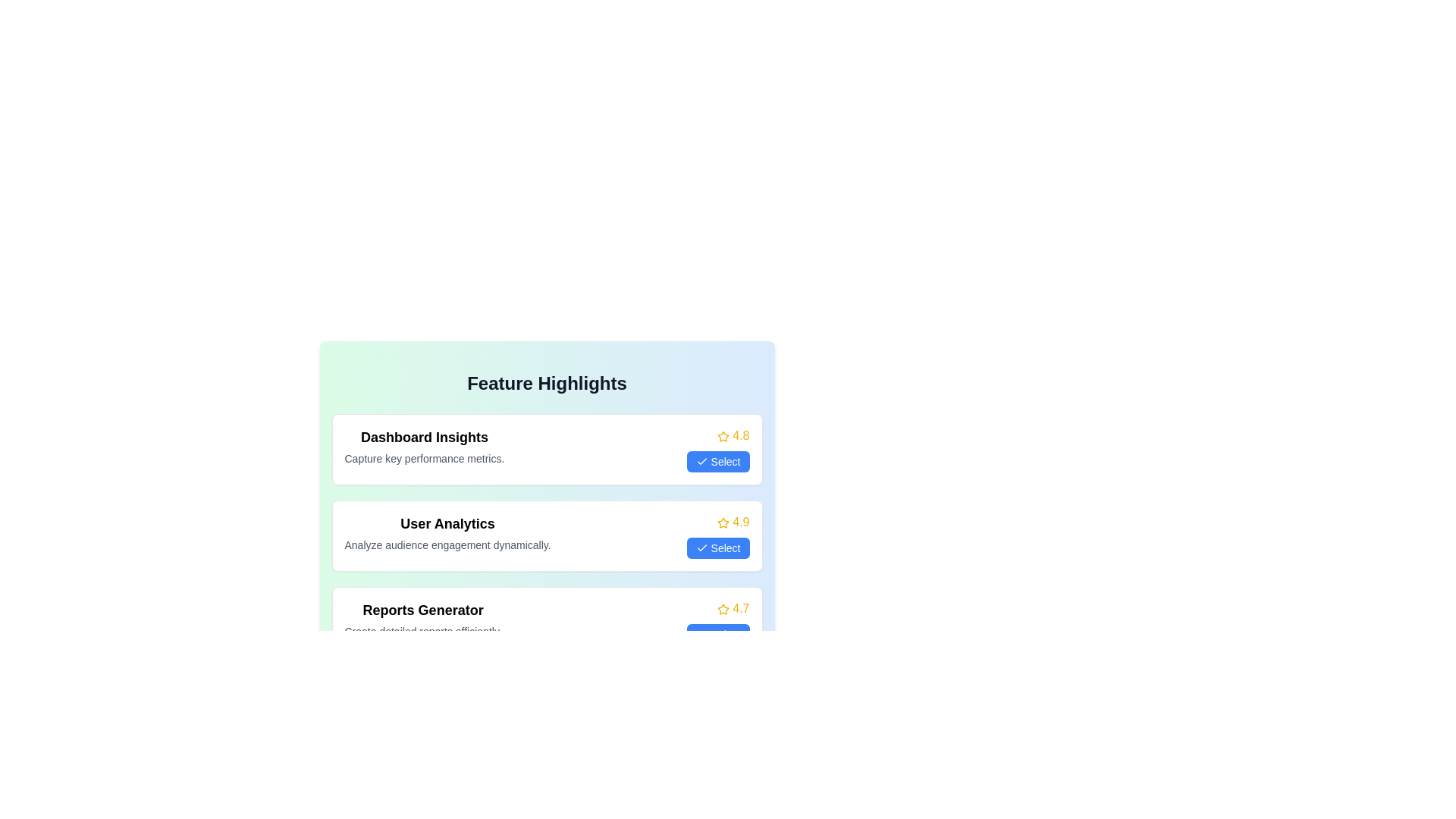 The width and height of the screenshot is (1456, 819). I want to click on the 'Select' button for the item User Analytics, so click(717, 548).